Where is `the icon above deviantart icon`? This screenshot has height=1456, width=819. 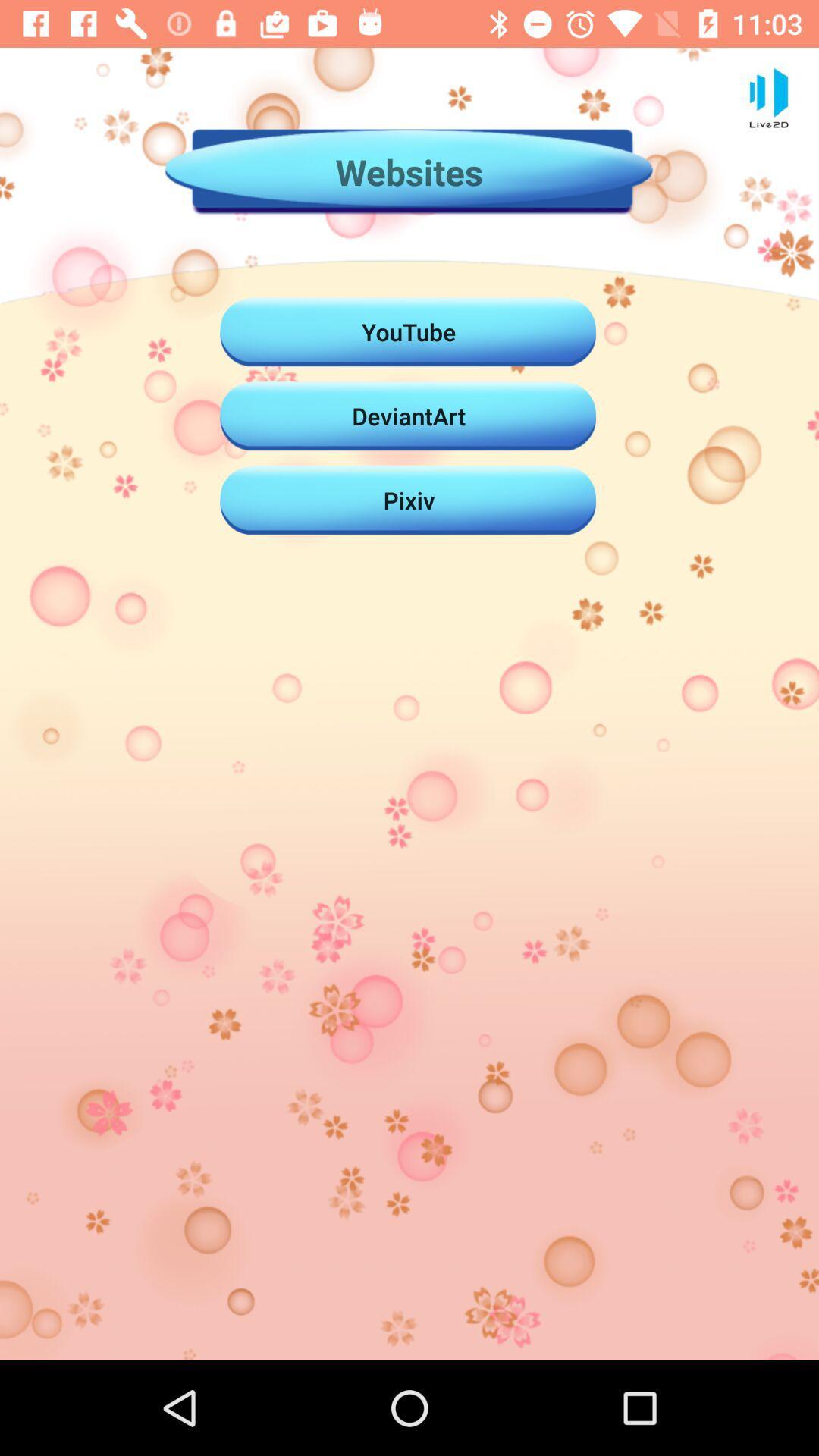
the icon above deviantart icon is located at coordinates (408, 331).